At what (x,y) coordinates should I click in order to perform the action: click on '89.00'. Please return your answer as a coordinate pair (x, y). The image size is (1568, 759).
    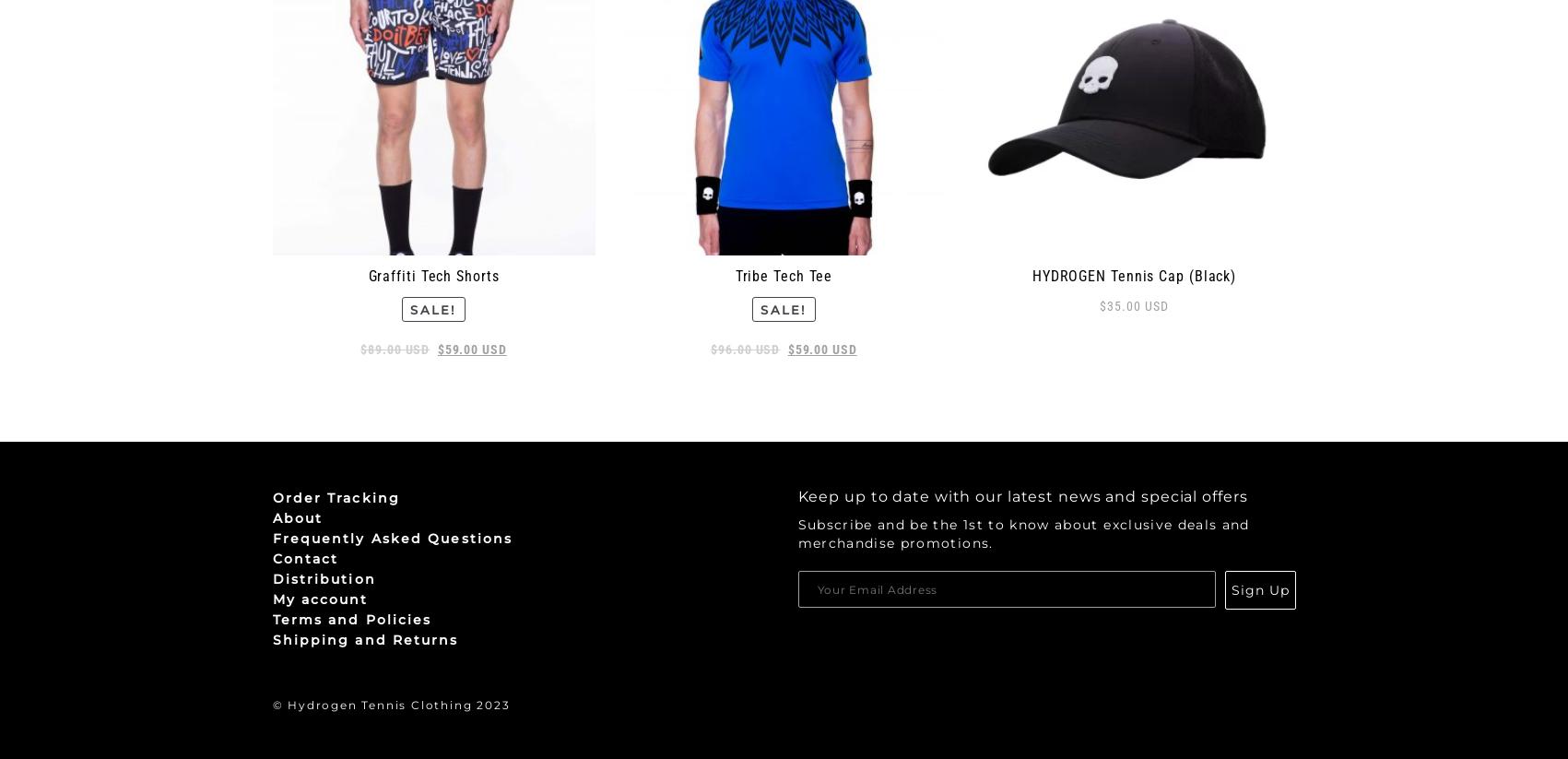
    Looking at the image, I should click on (384, 348).